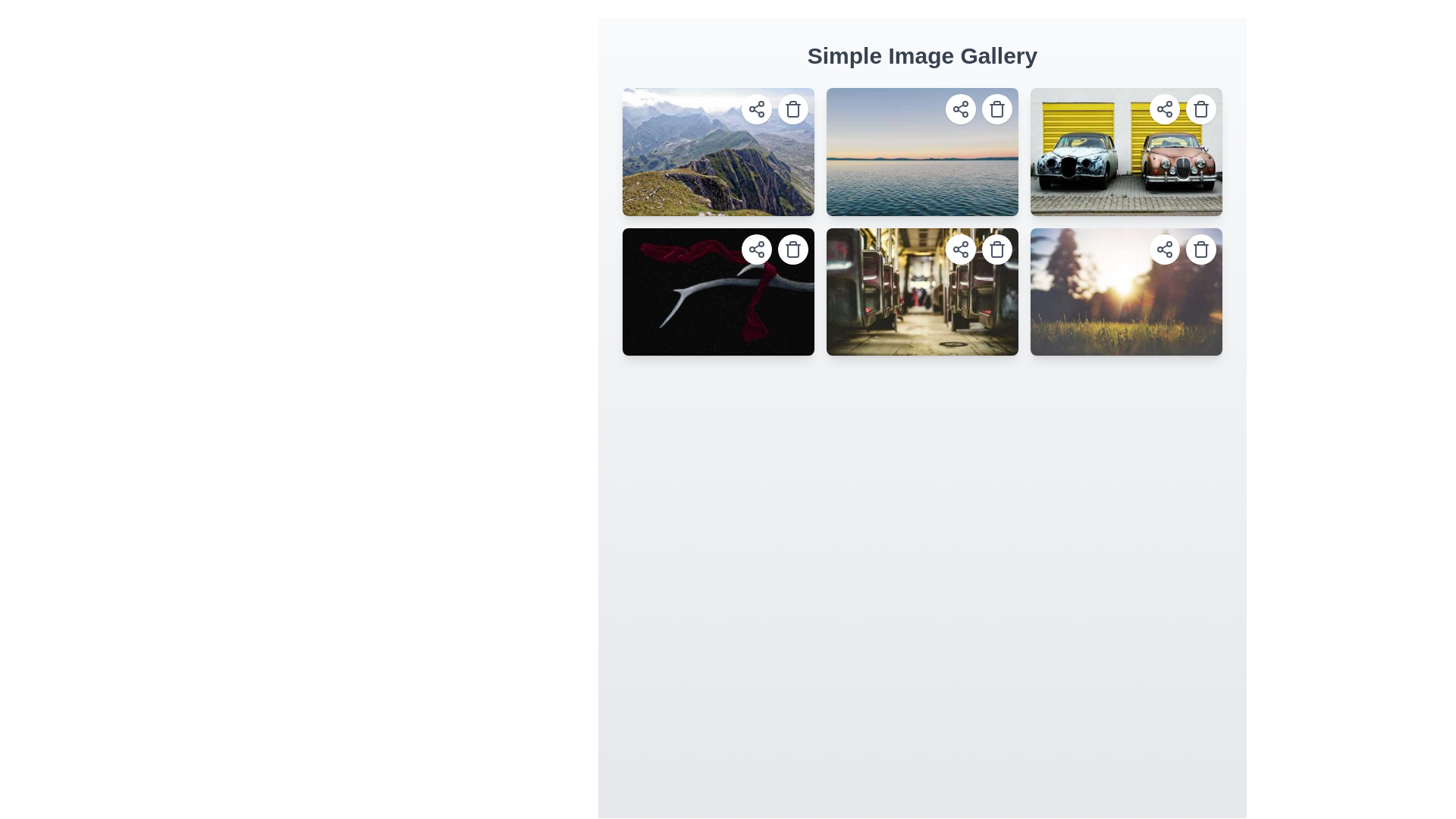 The image size is (1456, 819). Describe the element at coordinates (792, 247) in the screenshot. I see `the delete icon button located on the bottom row of images in the second card` at that location.